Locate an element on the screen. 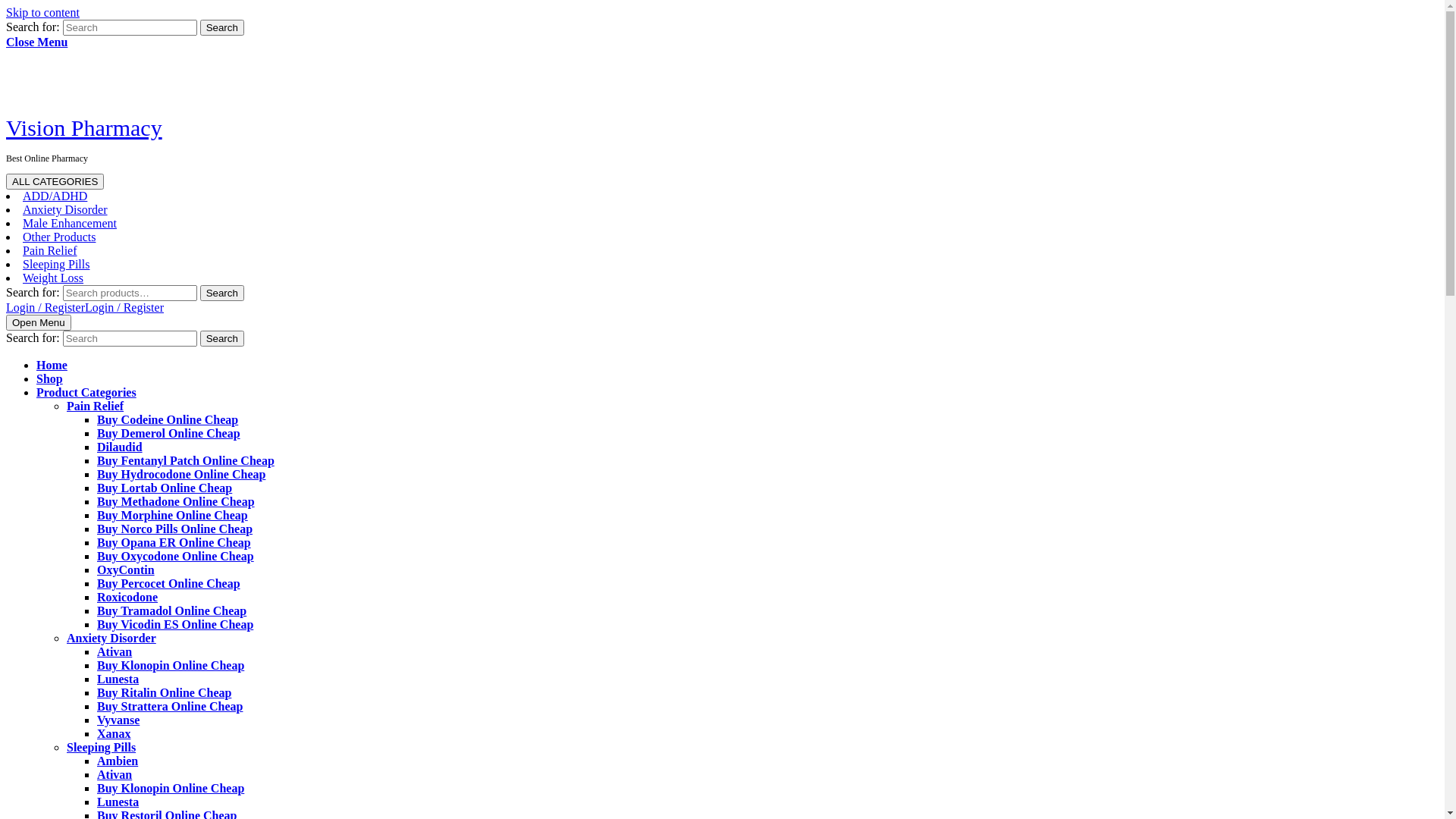  'Dilaudid' is located at coordinates (119, 446).